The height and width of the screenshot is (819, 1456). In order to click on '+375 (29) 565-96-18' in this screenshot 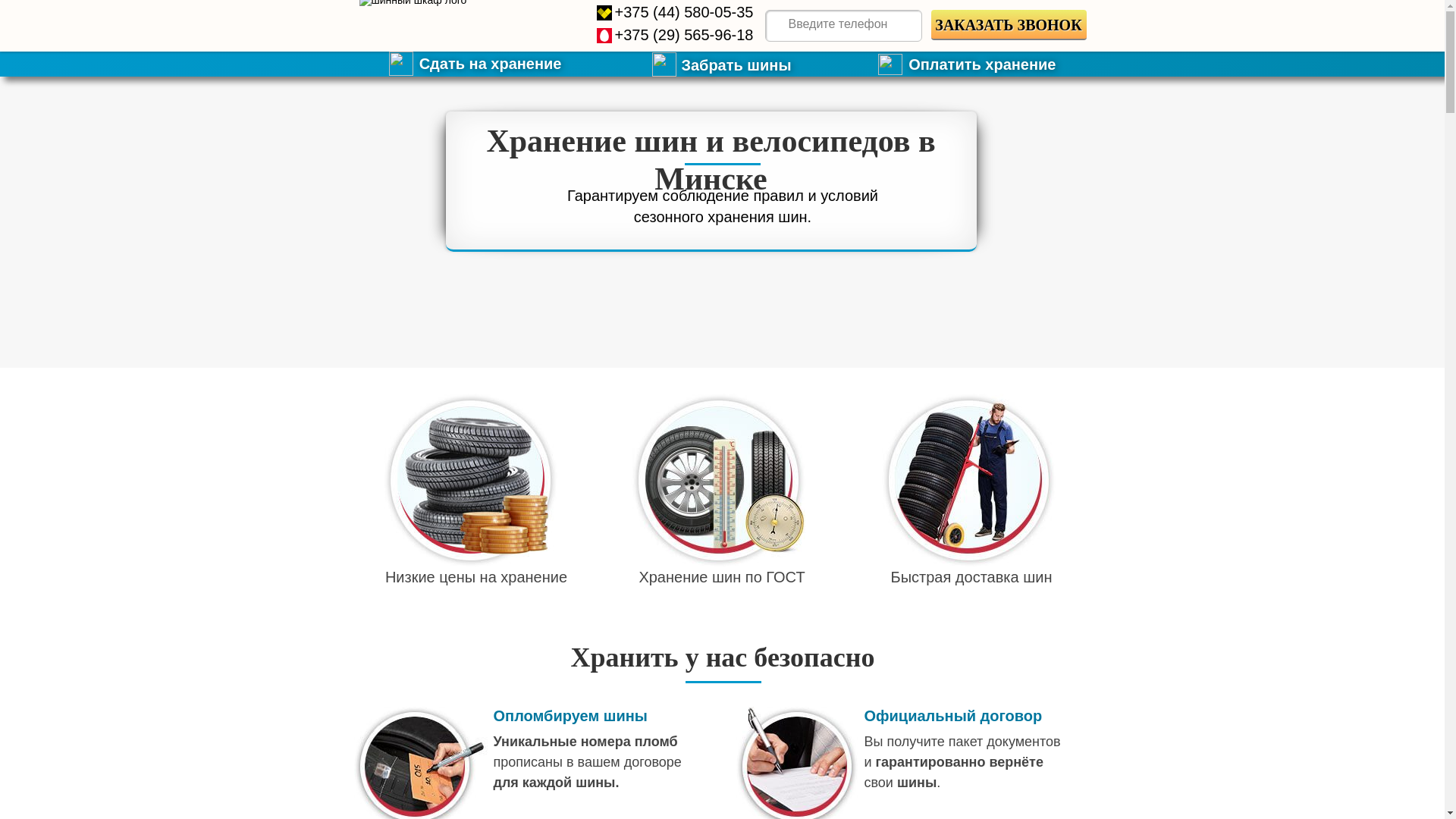, I will do `click(682, 34)`.